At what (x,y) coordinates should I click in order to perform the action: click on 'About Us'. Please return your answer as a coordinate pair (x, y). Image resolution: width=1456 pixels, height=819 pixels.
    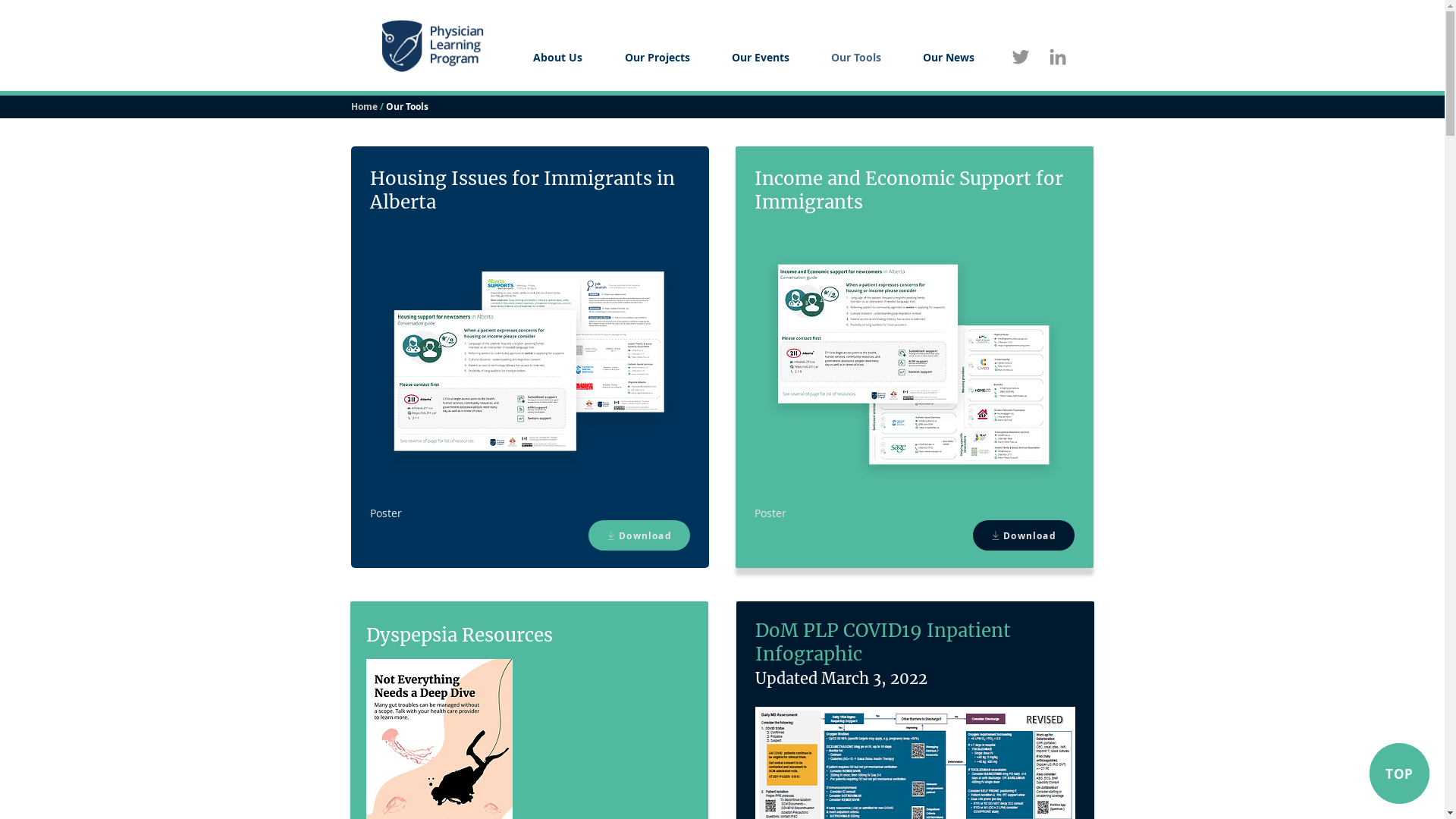
    Looking at the image, I should click on (510, 56).